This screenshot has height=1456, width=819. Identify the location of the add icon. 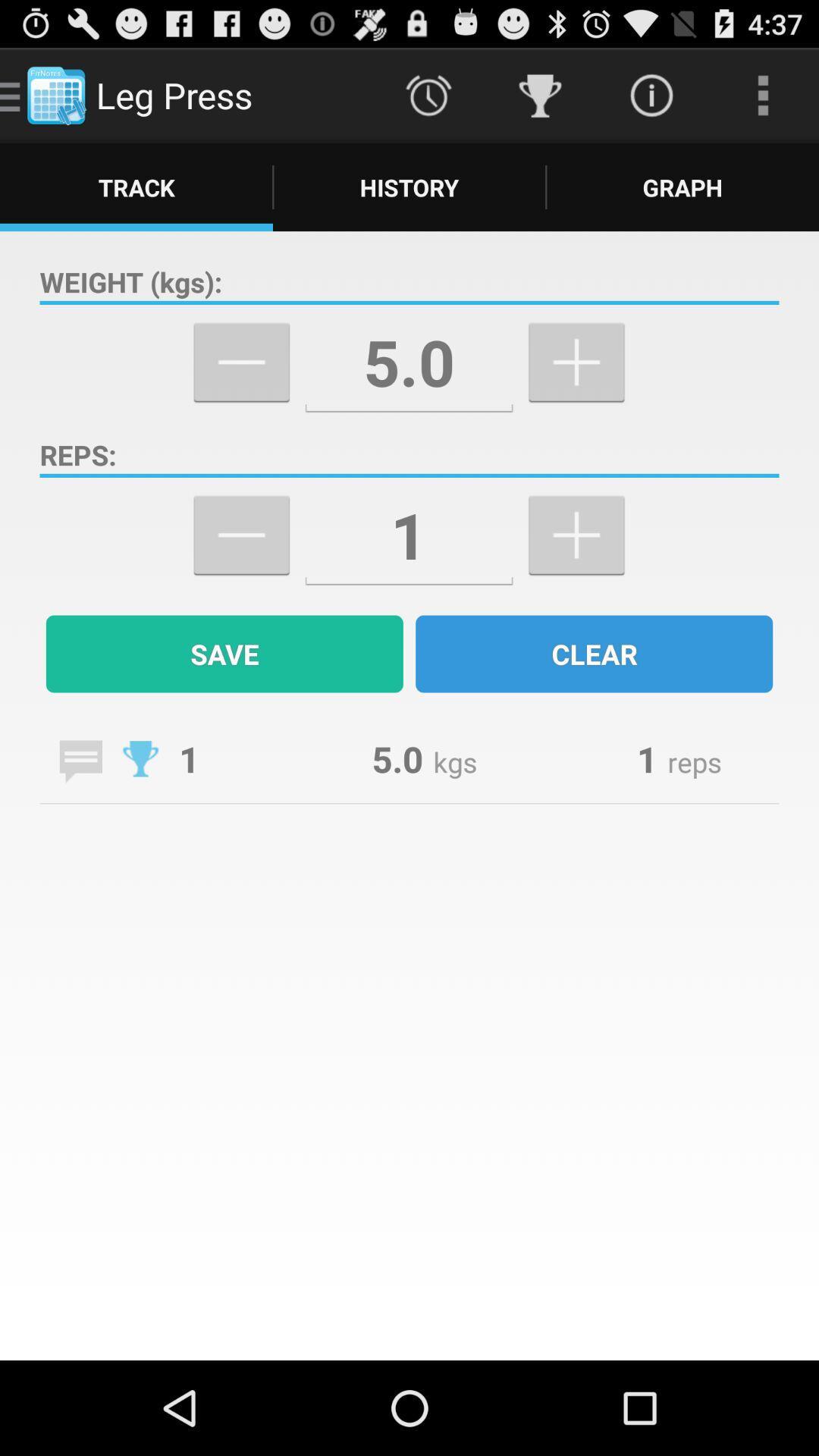
(576, 388).